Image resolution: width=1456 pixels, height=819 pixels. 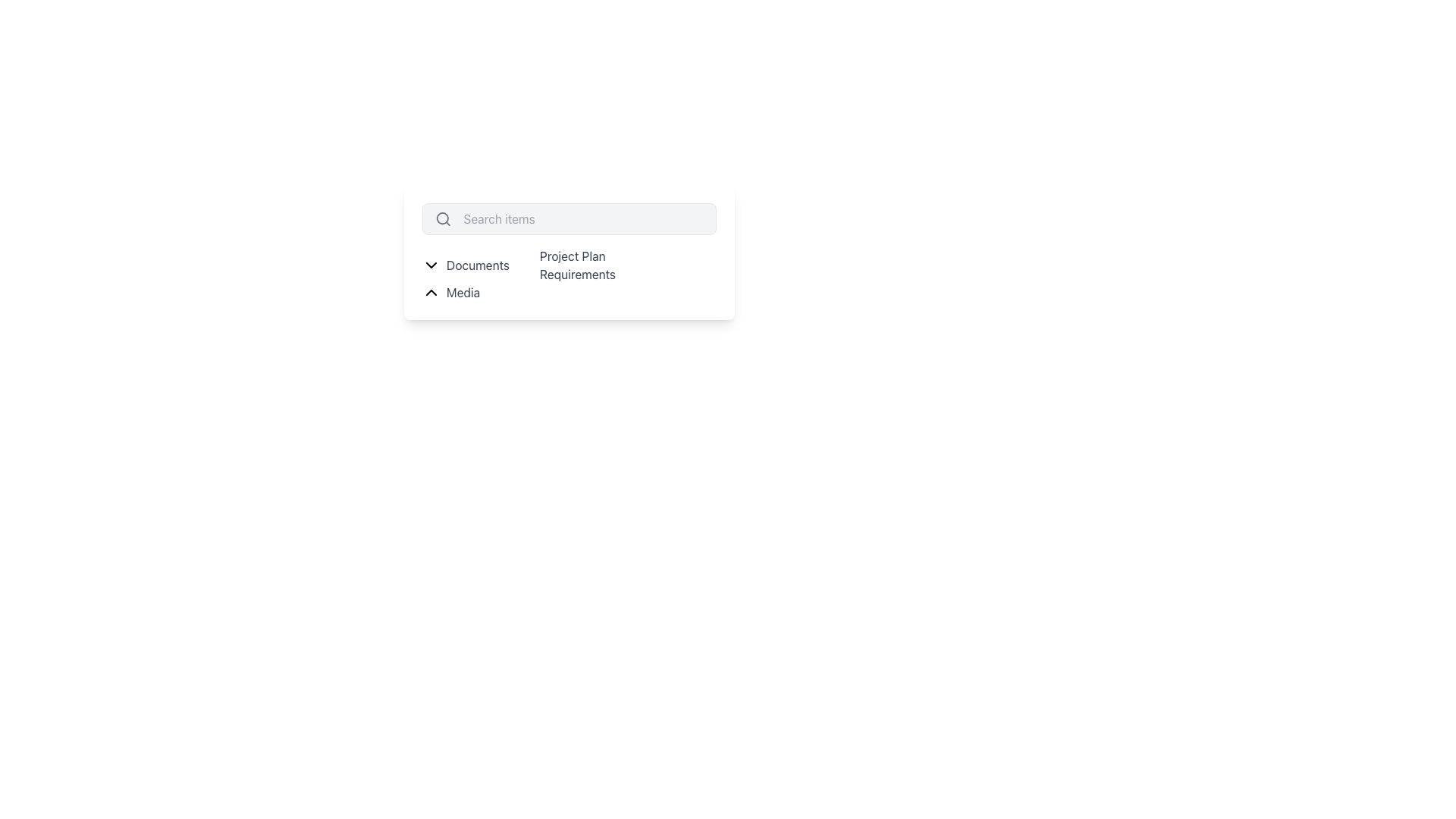 I want to click on the text label for the category 'Documents', which is the first item in the row containing 'Documents', 'Project Plan', and 'Requirements', so click(x=477, y=265).